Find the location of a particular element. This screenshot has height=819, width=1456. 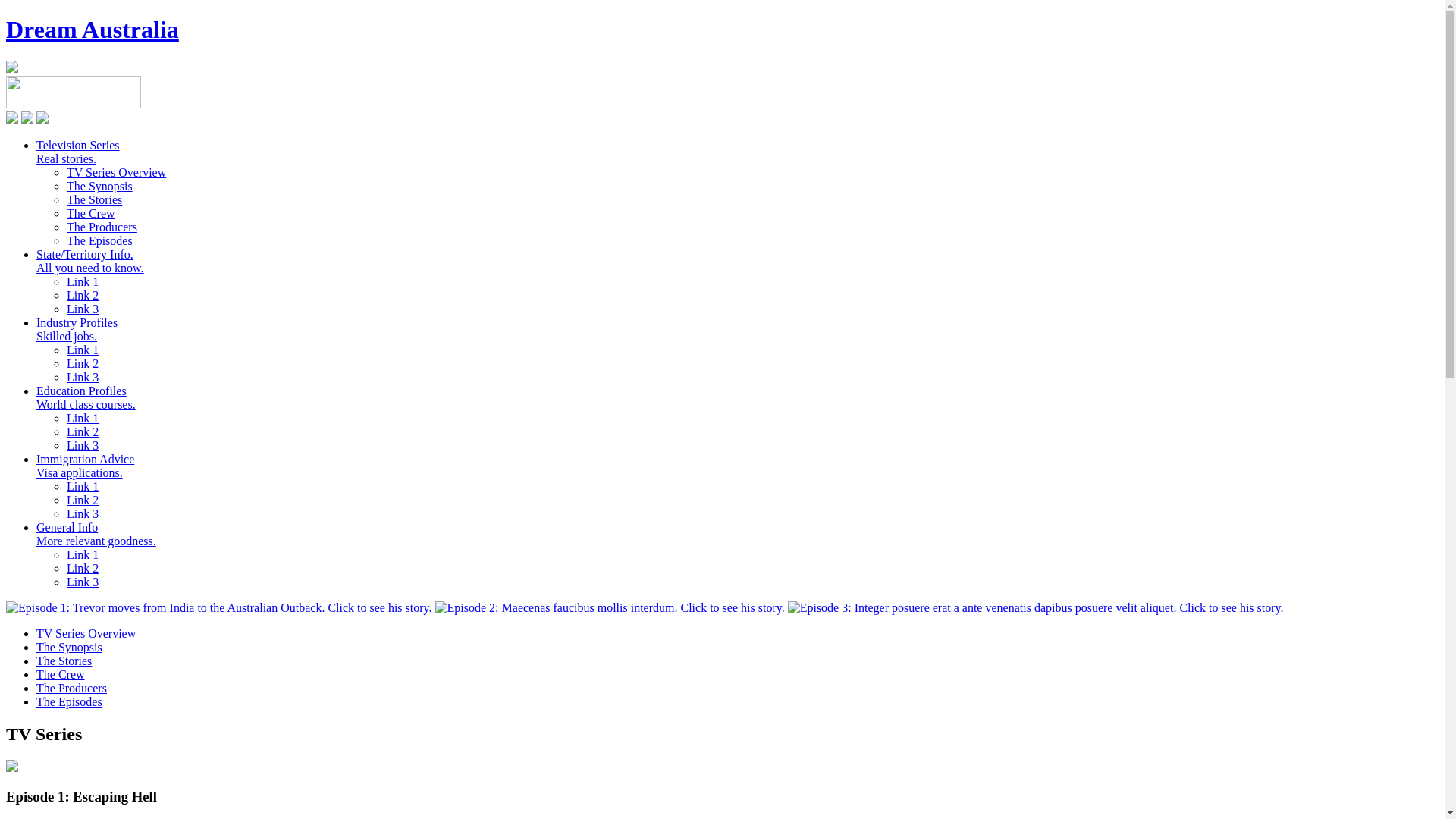

'Dream Australia' is located at coordinates (91, 29).